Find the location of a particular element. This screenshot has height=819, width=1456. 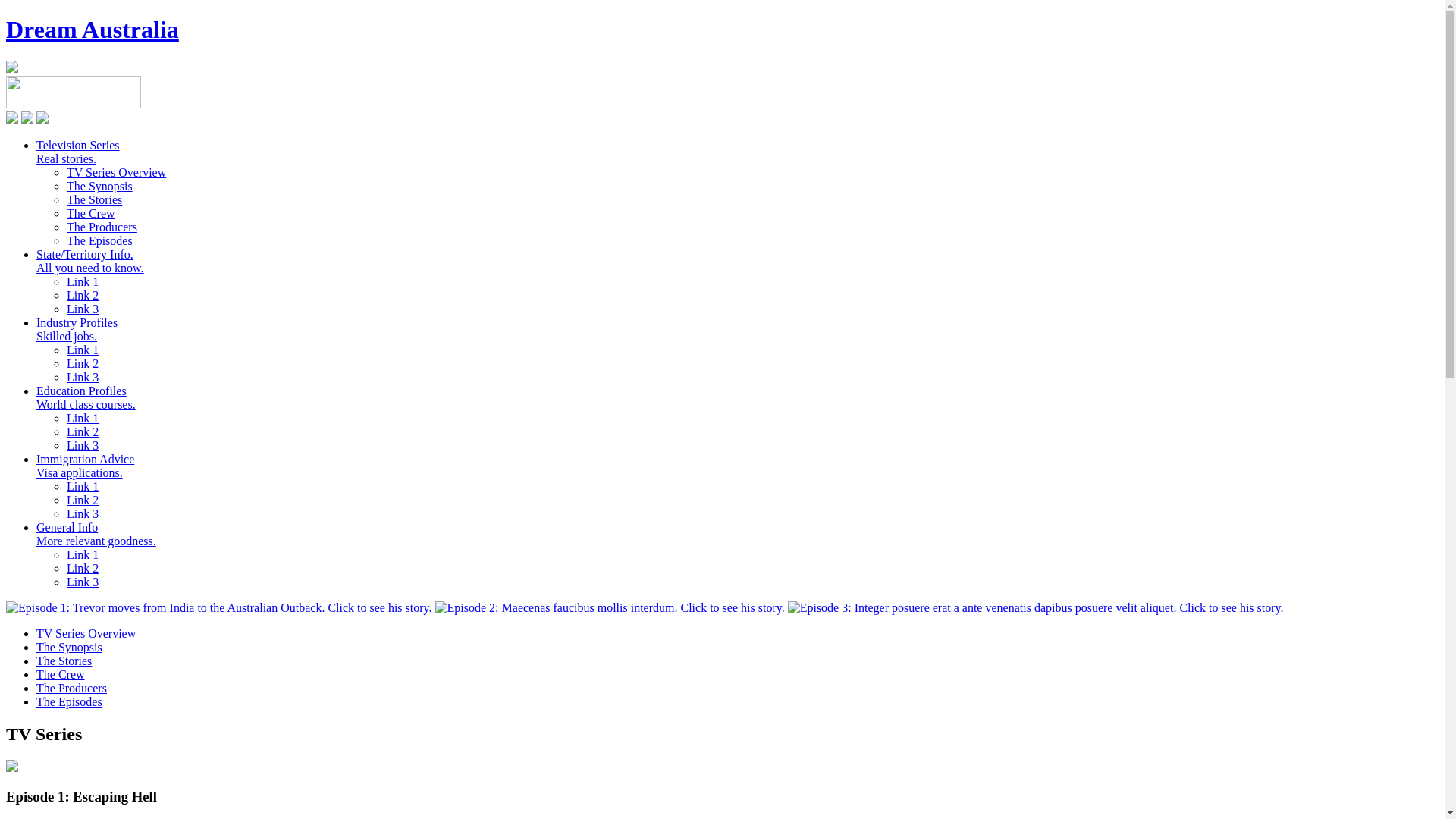

'Dream Australia' is located at coordinates (91, 29).